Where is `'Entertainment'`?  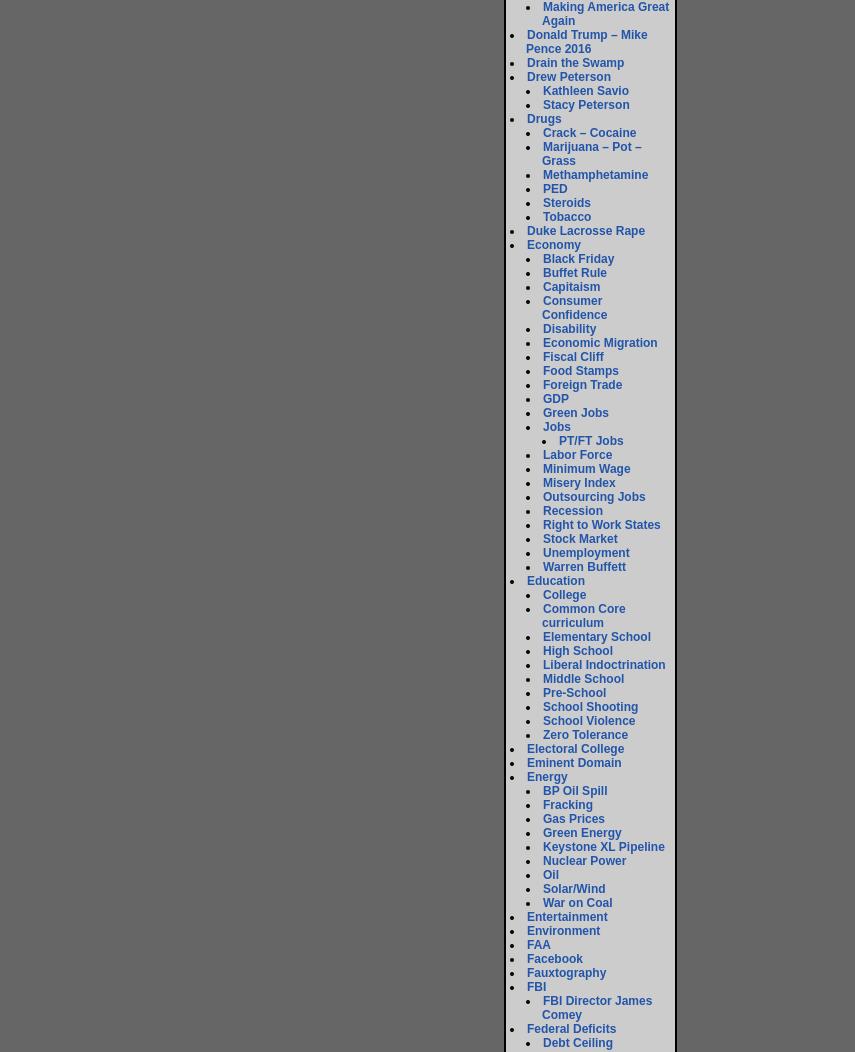
'Entertainment' is located at coordinates (566, 917).